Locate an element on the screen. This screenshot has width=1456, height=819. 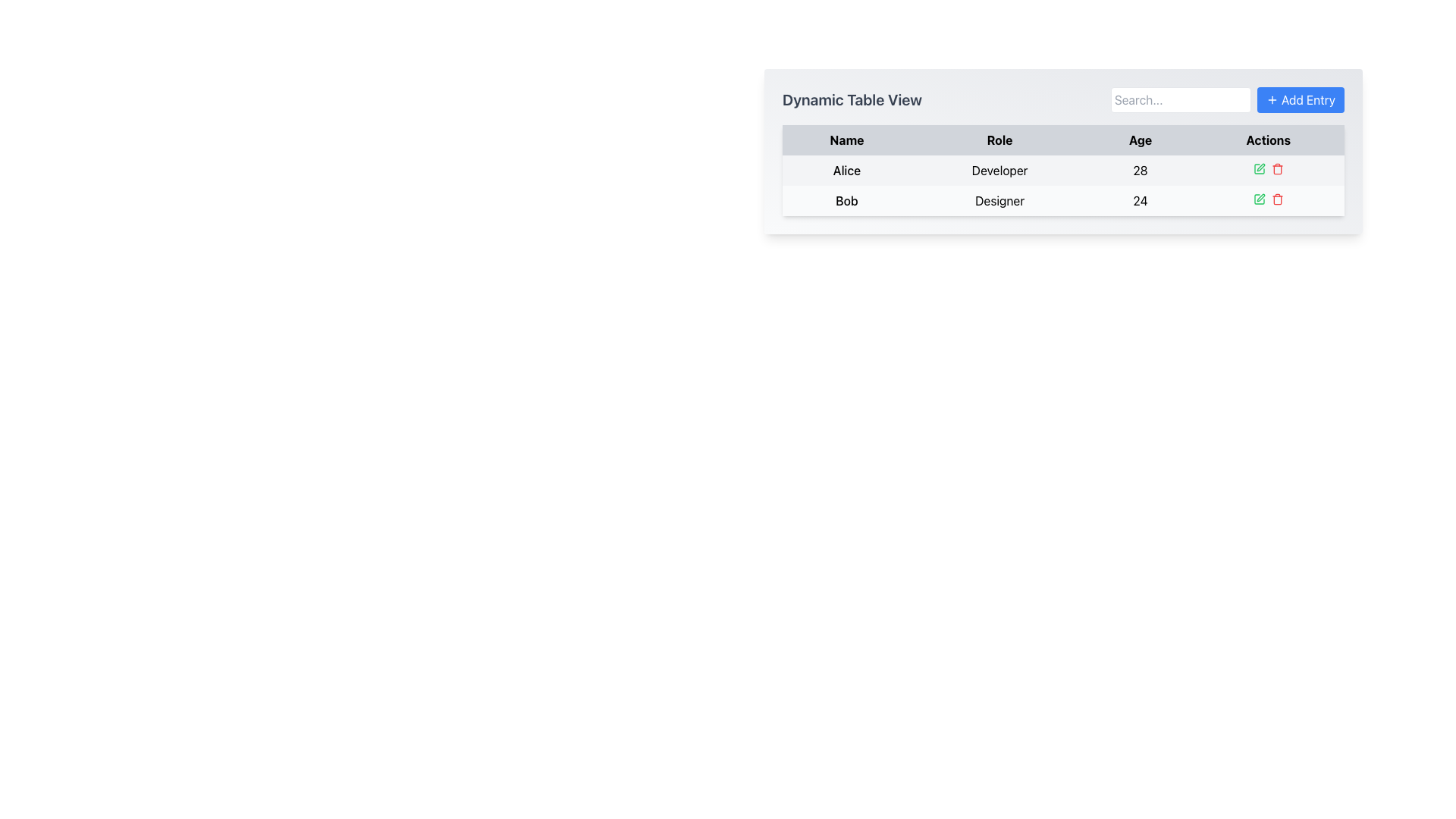
the green pencil edit icon located in the second row of the table's 'Actions' column is located at coordinates (1259, 198).